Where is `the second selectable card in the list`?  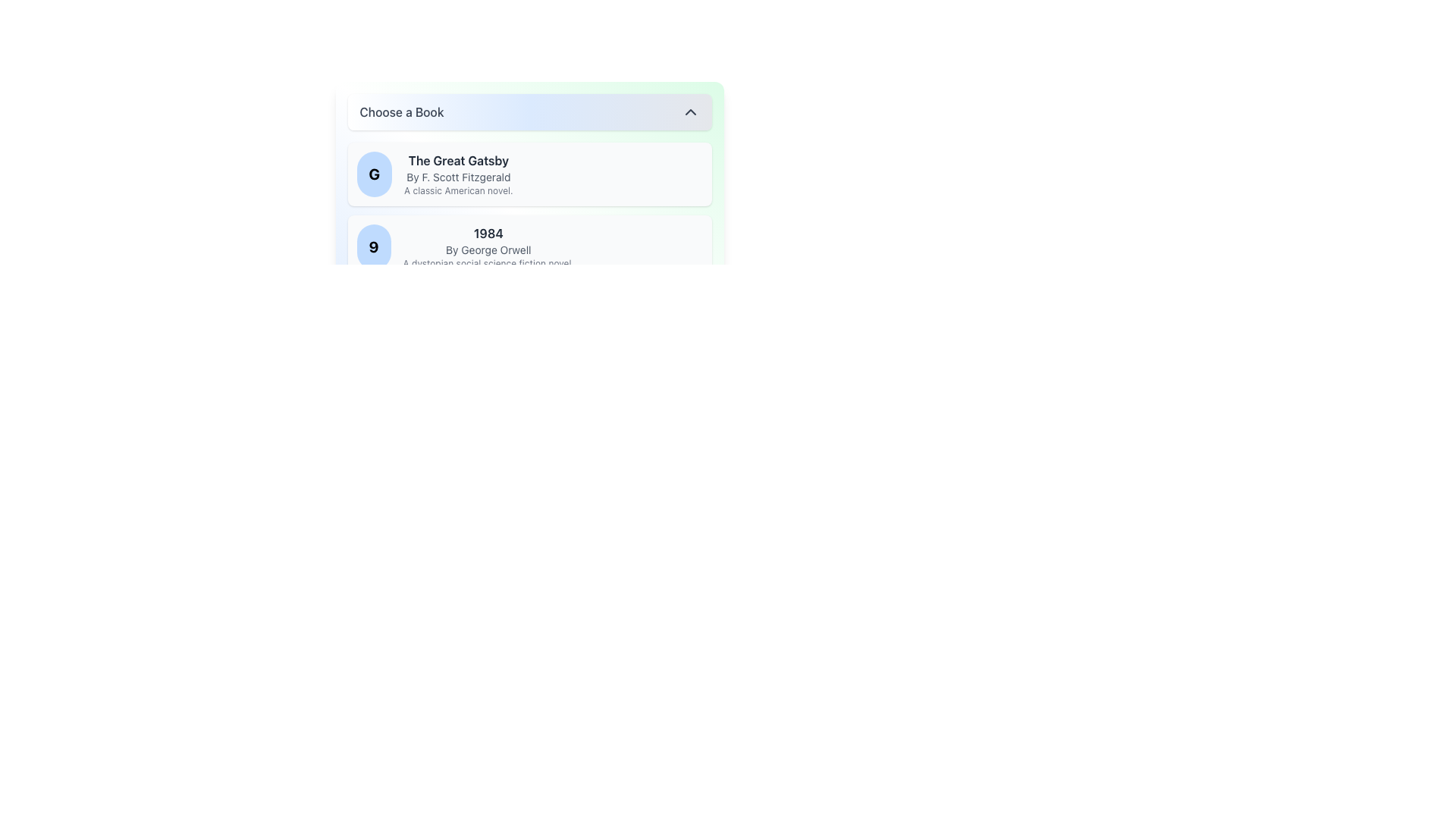 the second selectable card in the list is located at coordinates (529, 246).